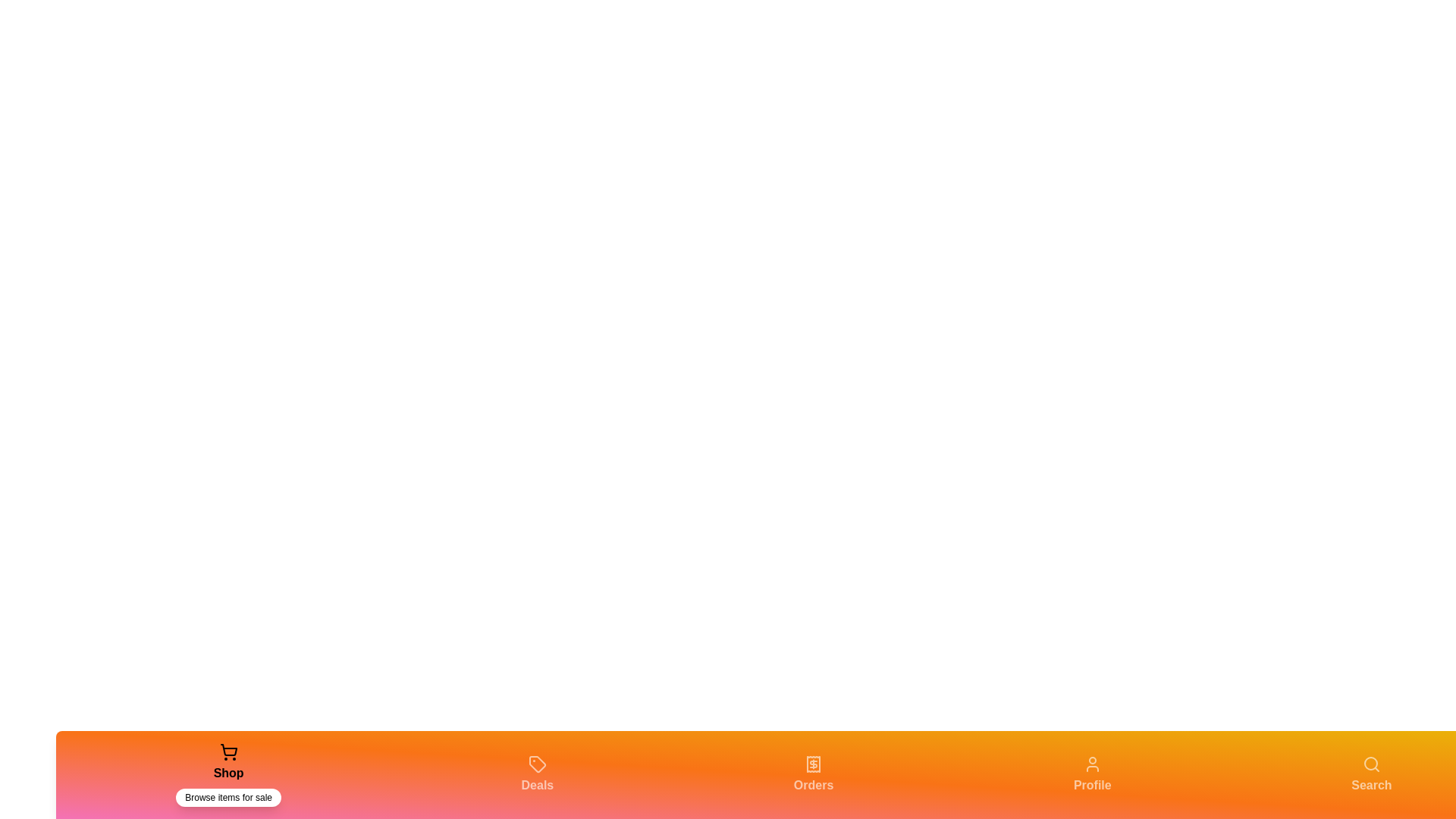  Describe the element at coordinates (813, 775) in the screenshot. I see `the Orders tab in the navigation bar` at that location.